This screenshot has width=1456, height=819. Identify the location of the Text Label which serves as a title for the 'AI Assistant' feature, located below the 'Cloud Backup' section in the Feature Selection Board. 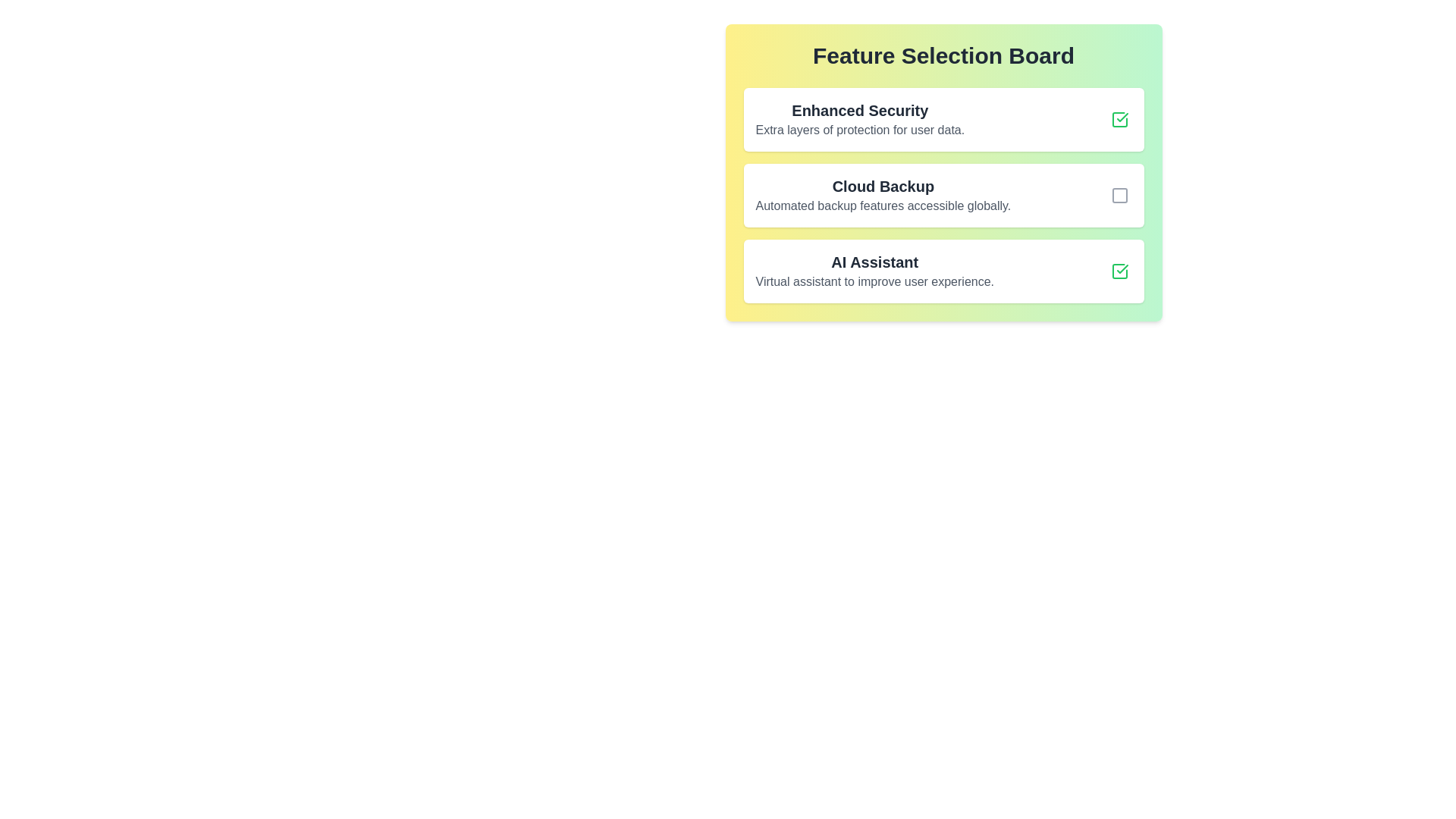
(874, 262).